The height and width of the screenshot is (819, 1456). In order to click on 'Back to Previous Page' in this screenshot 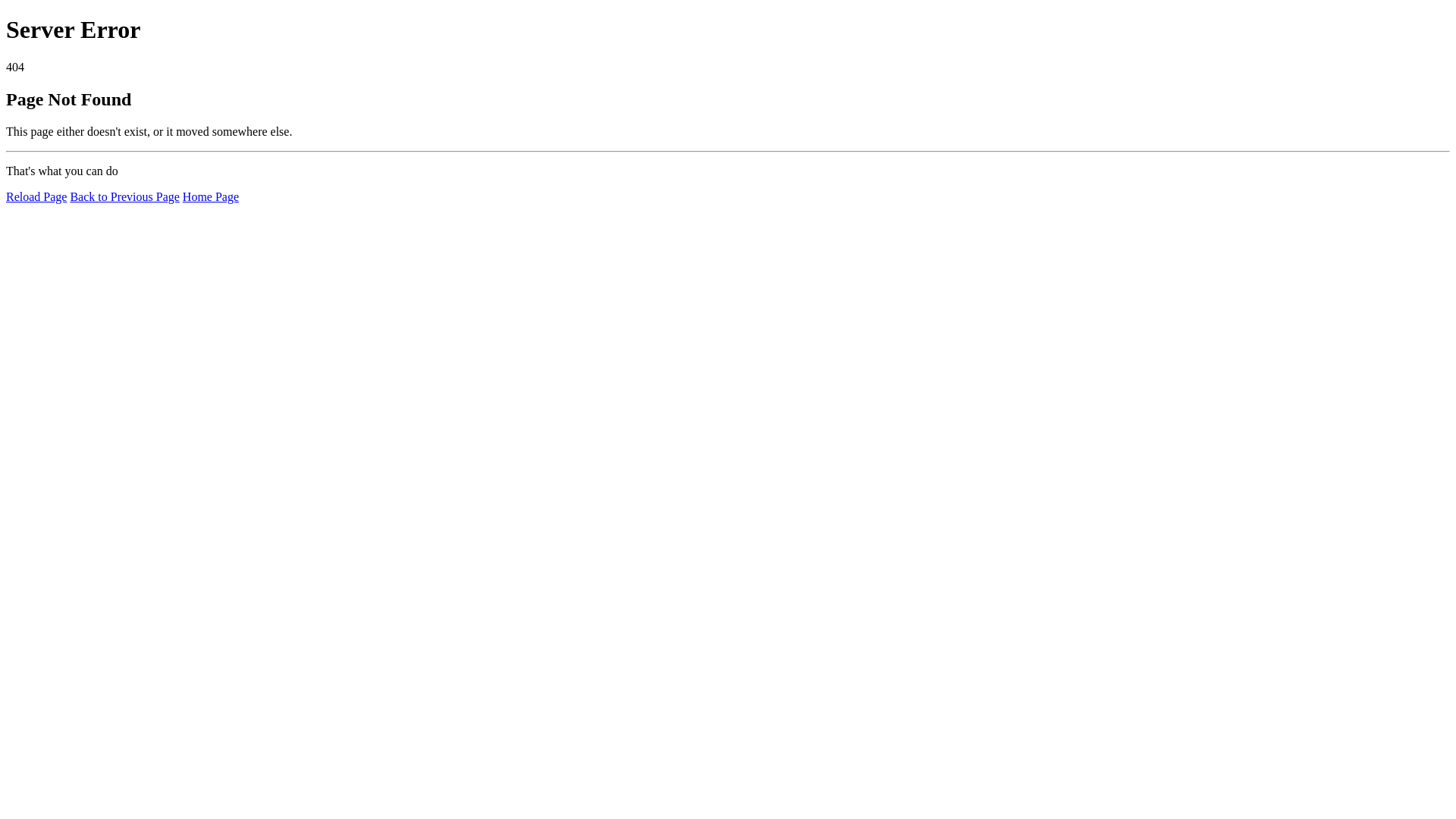, I will do `click(124, 196)`.